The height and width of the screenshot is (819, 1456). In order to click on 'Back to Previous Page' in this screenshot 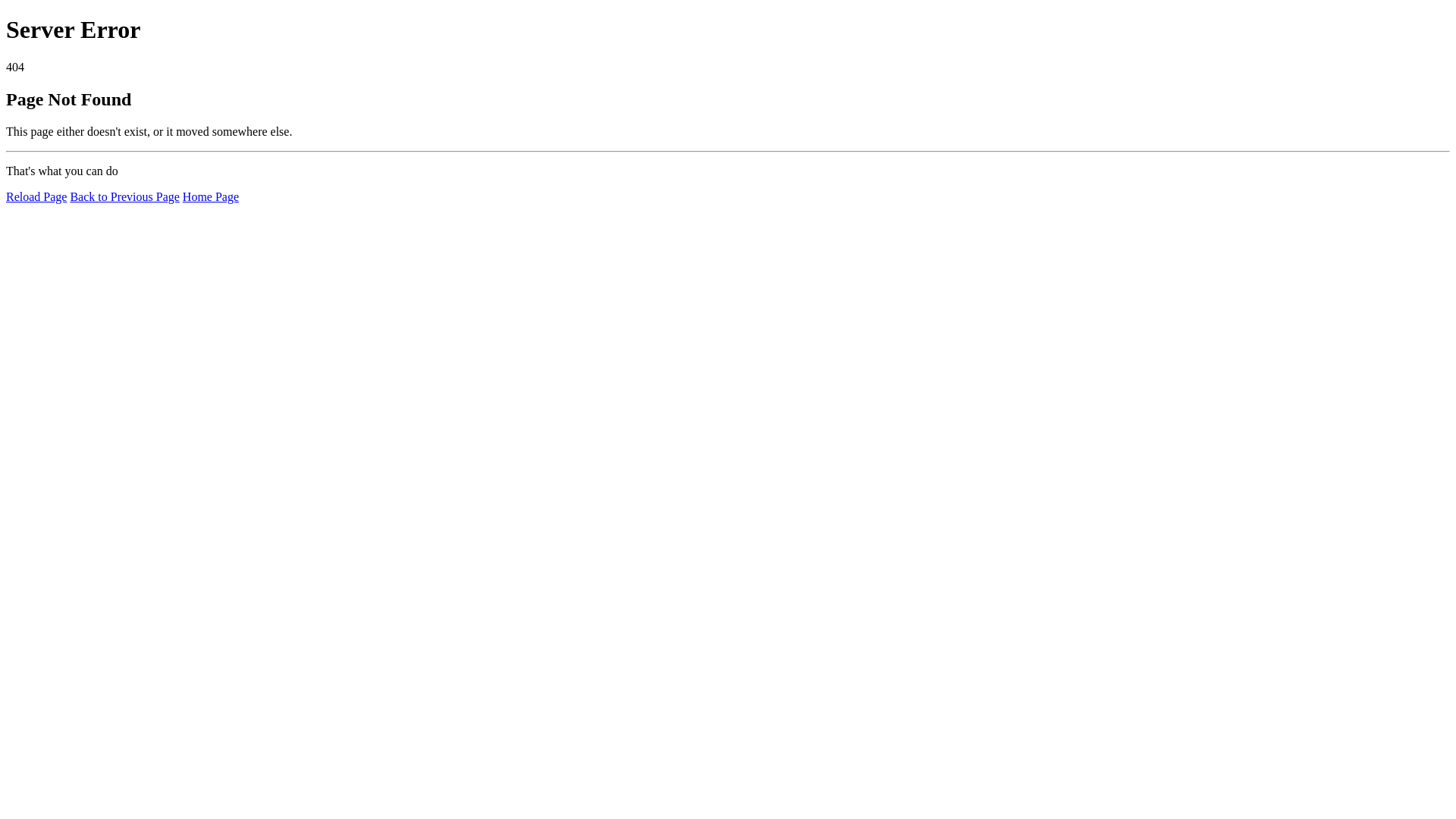, I will do `click(124, 196)`.